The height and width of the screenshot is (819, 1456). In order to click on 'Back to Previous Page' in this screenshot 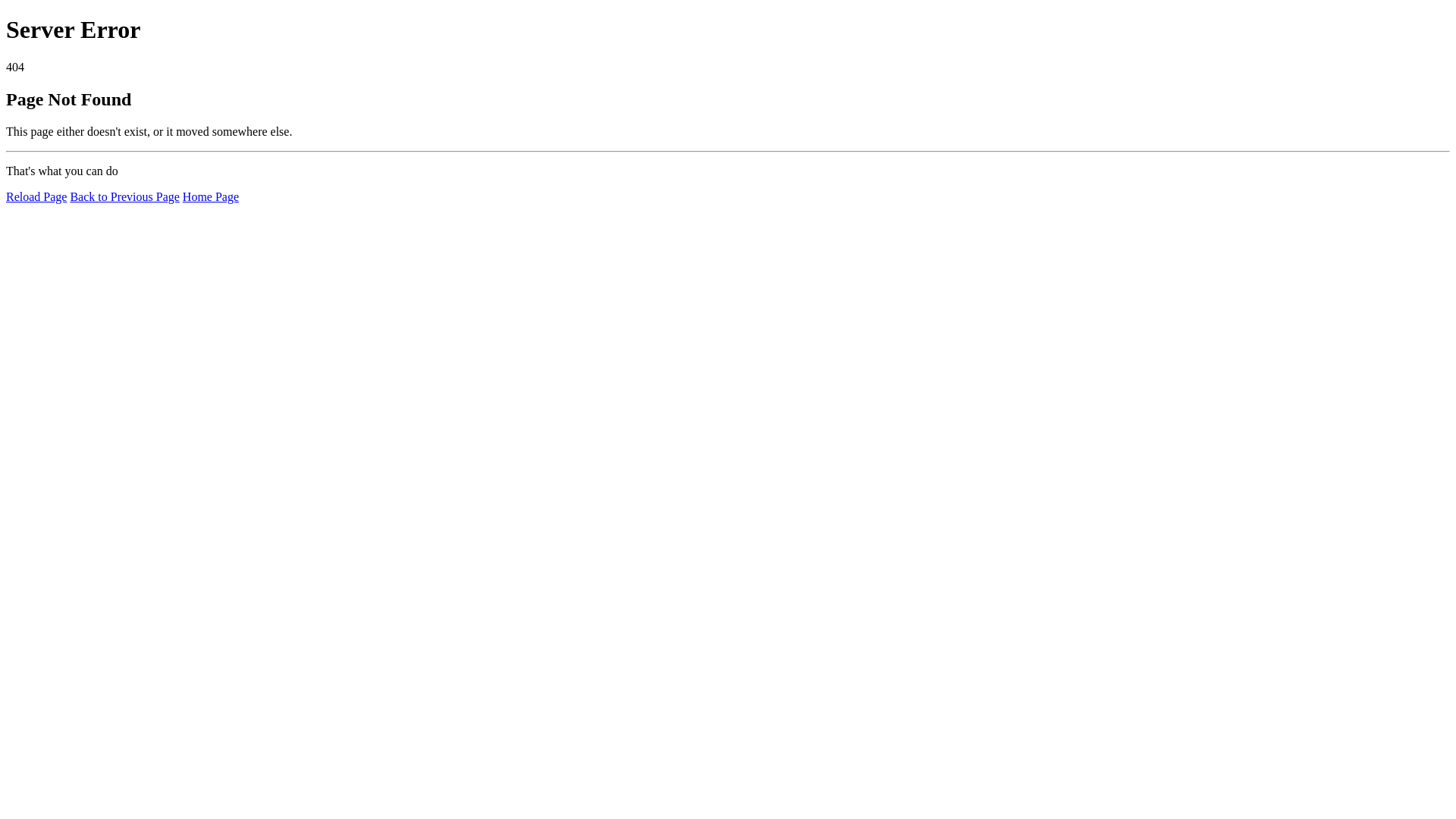, I will do `click(124, 196)`.